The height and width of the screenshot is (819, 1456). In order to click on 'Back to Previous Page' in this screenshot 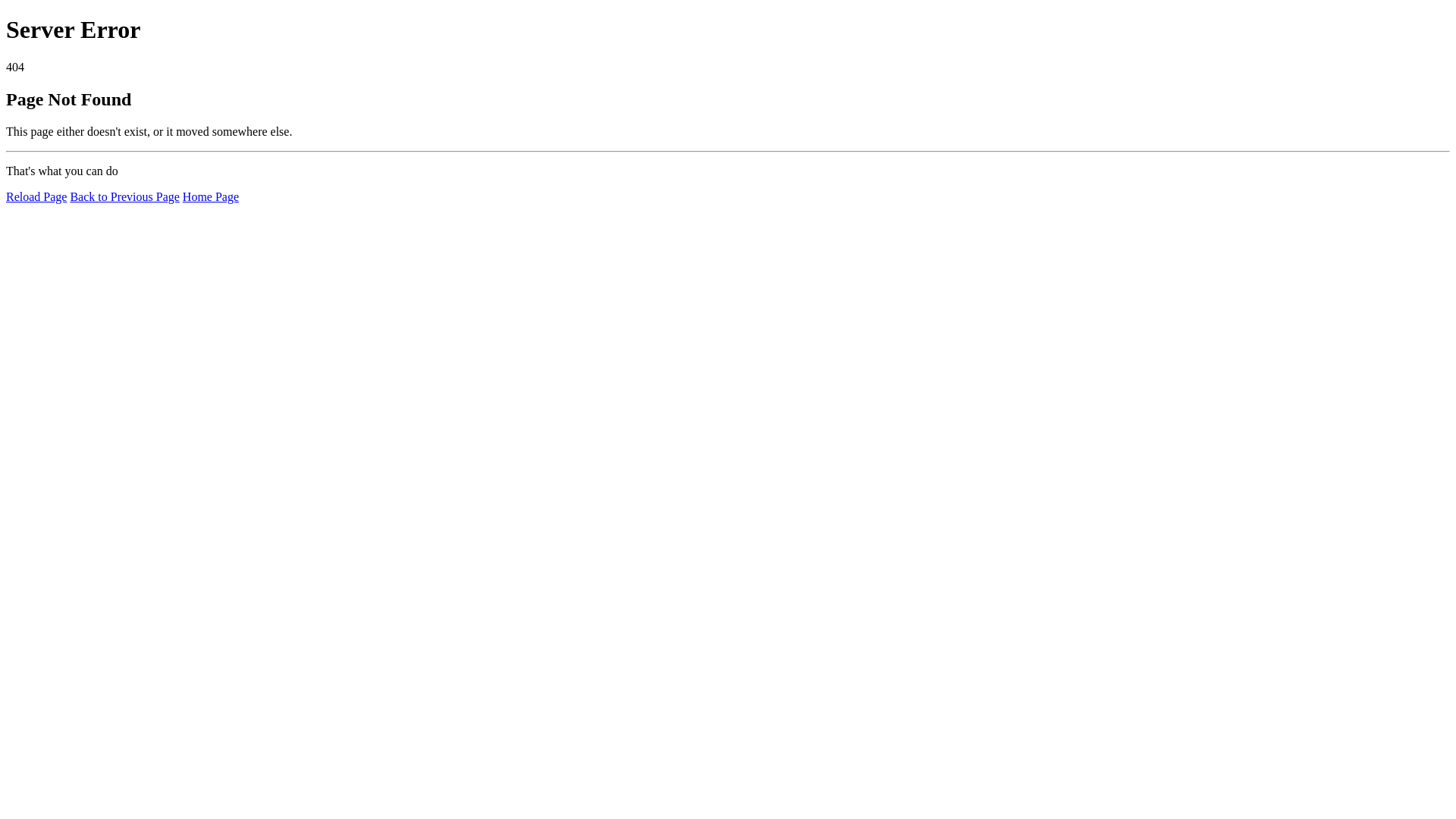, I will do `click(124, 196)`.